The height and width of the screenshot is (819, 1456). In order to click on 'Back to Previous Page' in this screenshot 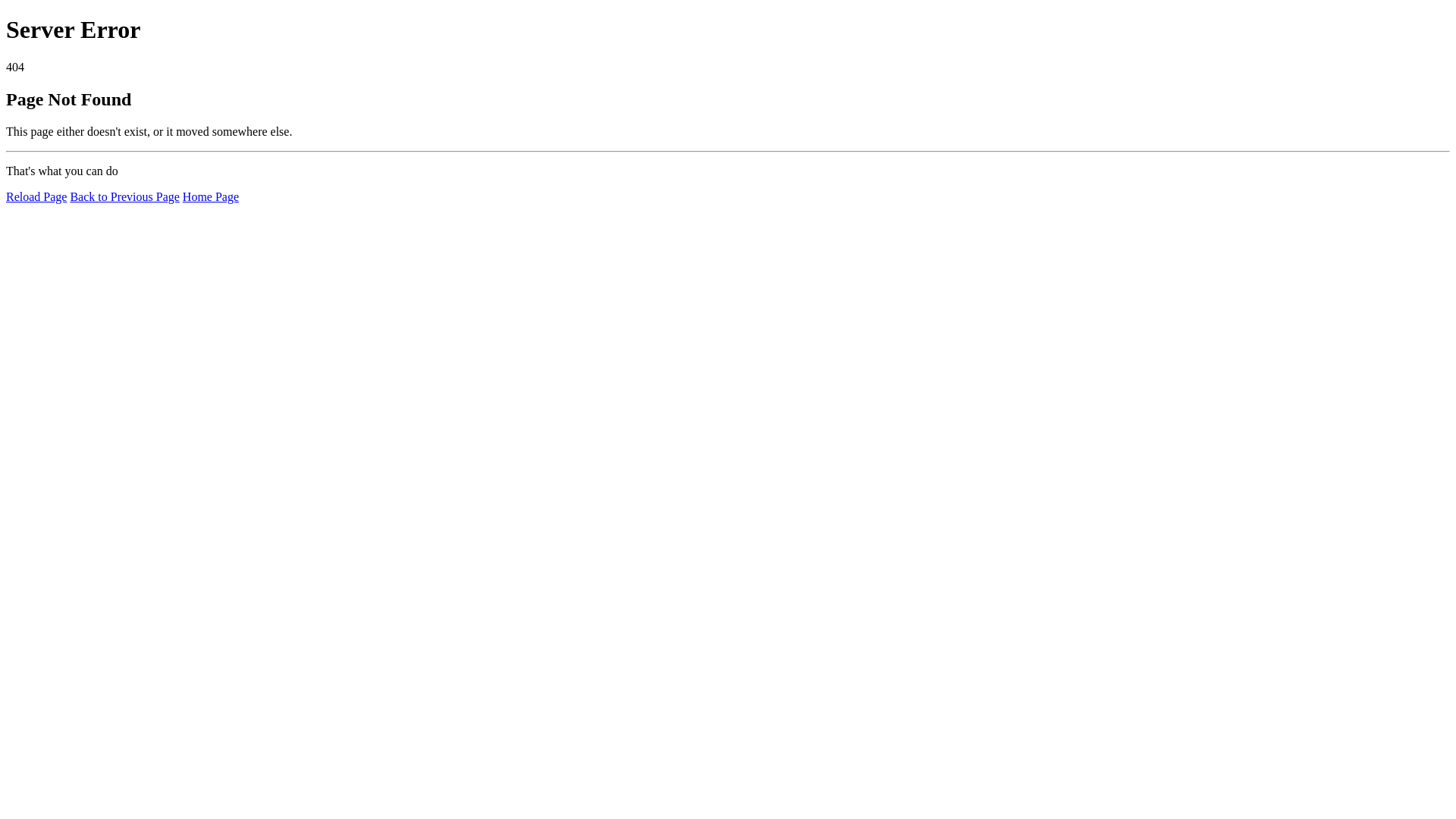, I will do `click(124, 196)`.